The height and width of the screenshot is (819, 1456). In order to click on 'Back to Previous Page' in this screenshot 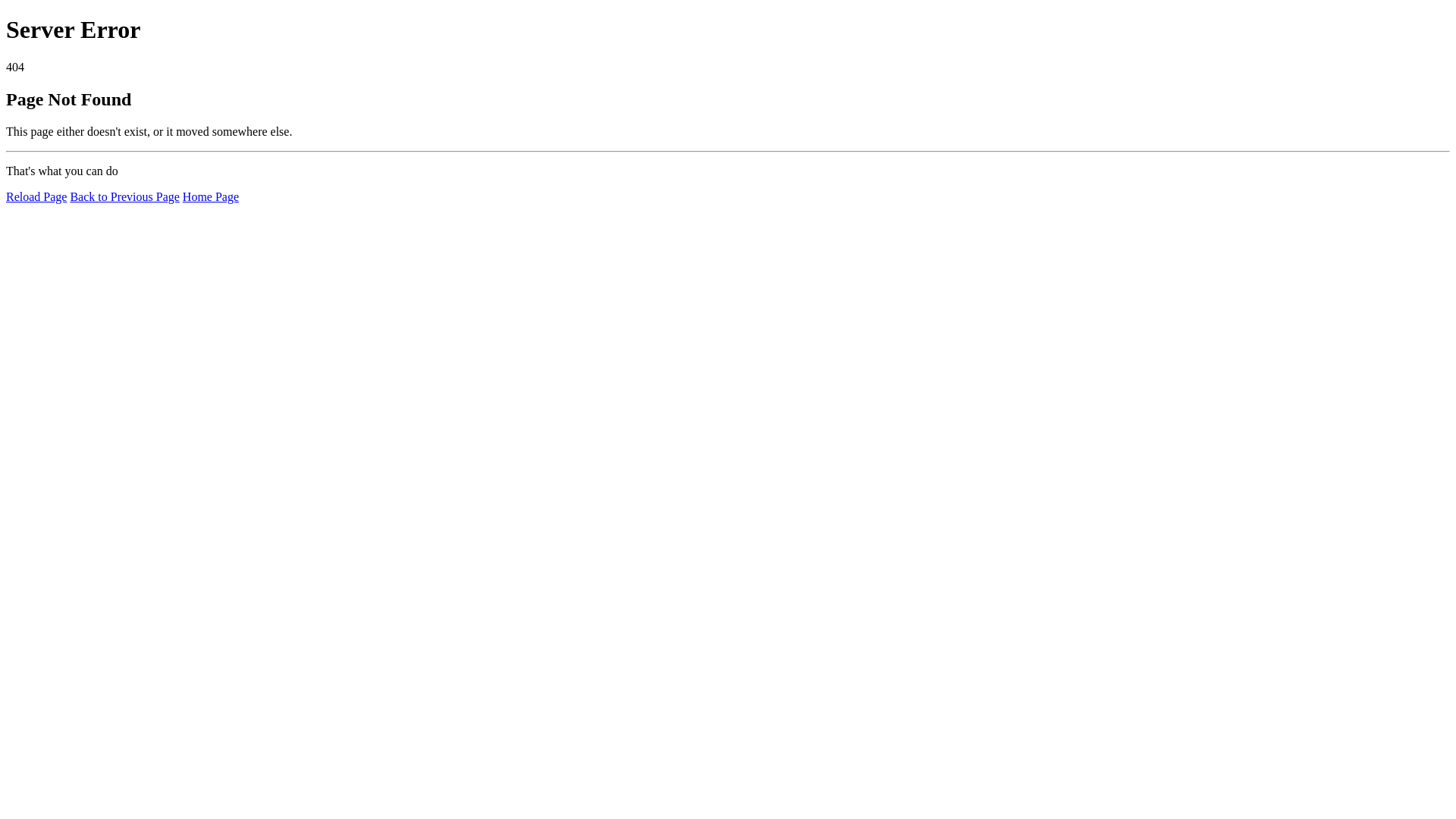, I will do `click(124, 196)`.